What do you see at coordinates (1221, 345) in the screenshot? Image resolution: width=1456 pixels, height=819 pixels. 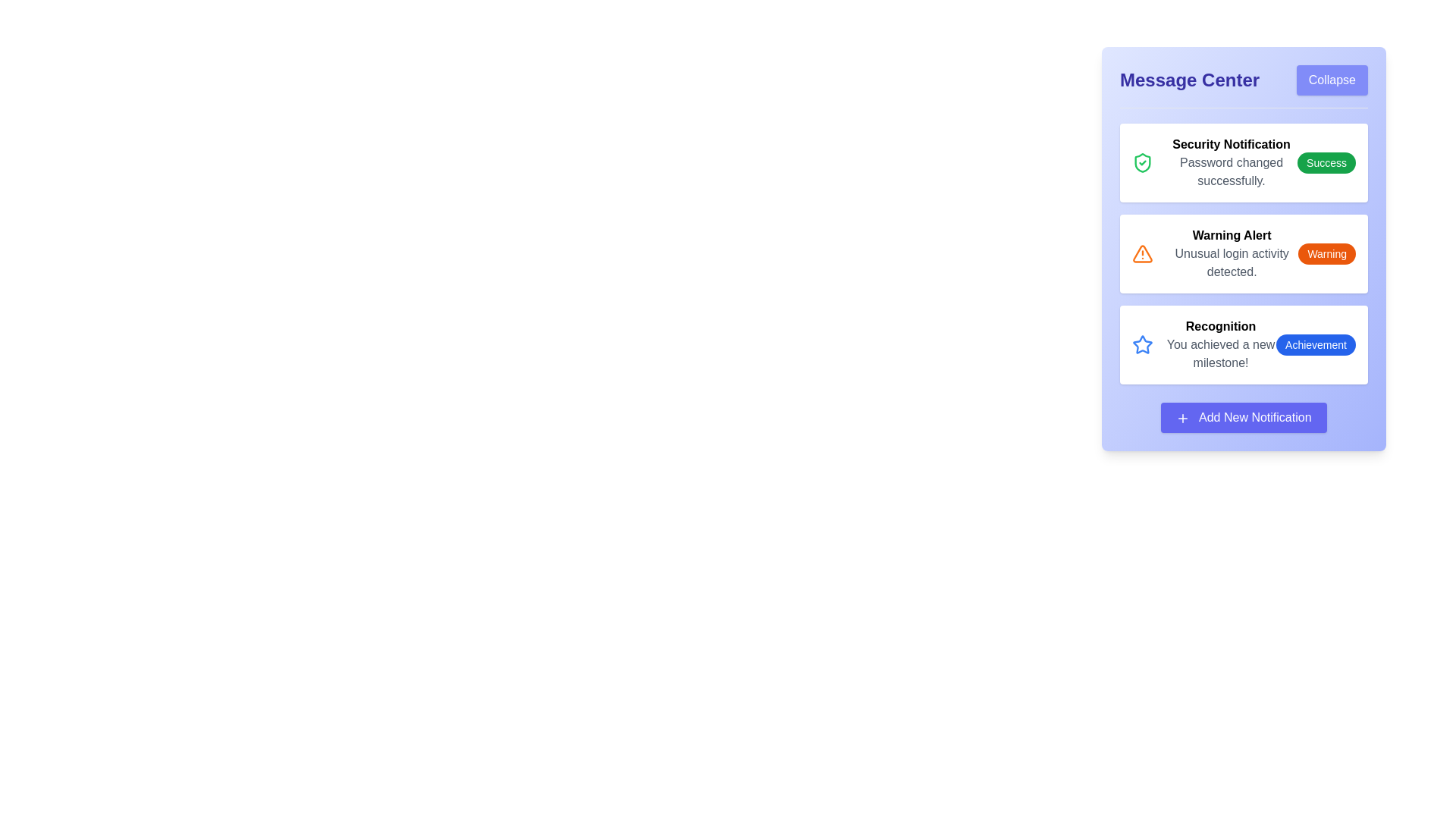 I see `the title and description in the achievement notification text block located within the third notification card in the 'Message Center', centrally aligned next to a blue star icon and a blue 'Achievement' badge` at bounding box center [1221, 345].